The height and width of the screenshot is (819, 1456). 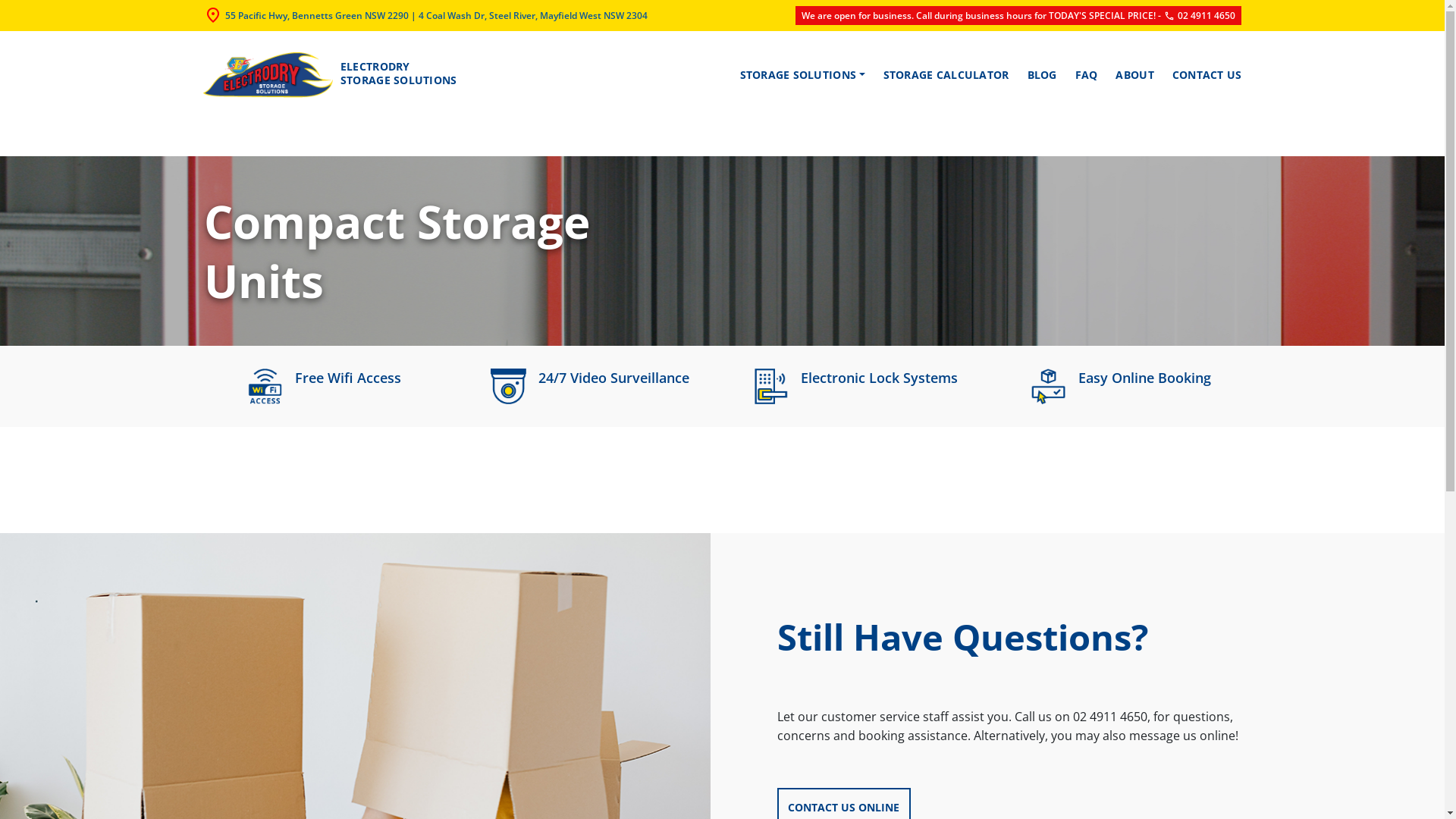 What do you see at coordinates (731, 75) in the screenshot?
I see `'STORAGE SOLUTIONS'` at bounding box center [731, 75].